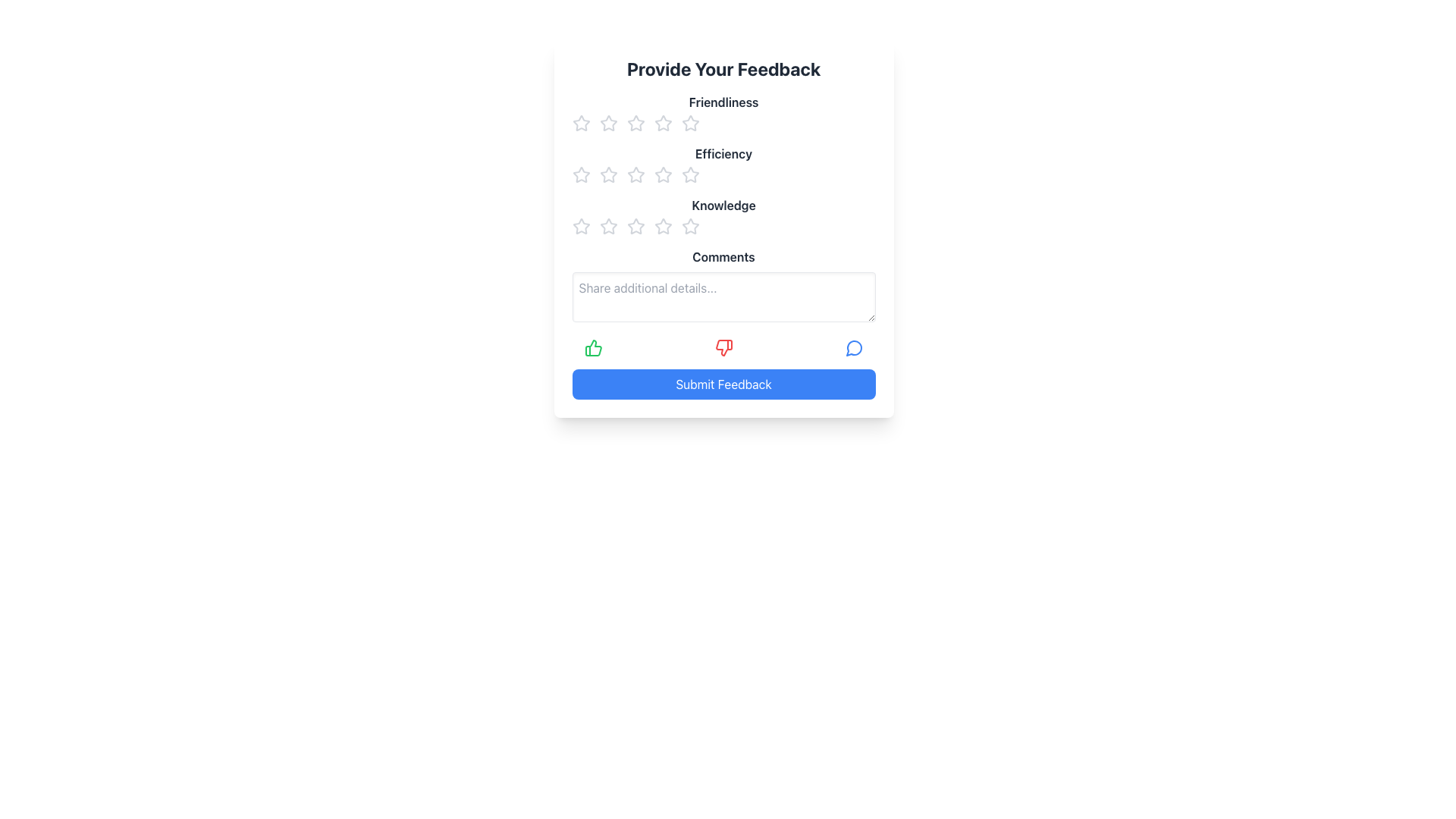  What do you see at coordinates (723, 122) in the screenshot?
I see `the first row of star icons` at bounding box center [723, 122].